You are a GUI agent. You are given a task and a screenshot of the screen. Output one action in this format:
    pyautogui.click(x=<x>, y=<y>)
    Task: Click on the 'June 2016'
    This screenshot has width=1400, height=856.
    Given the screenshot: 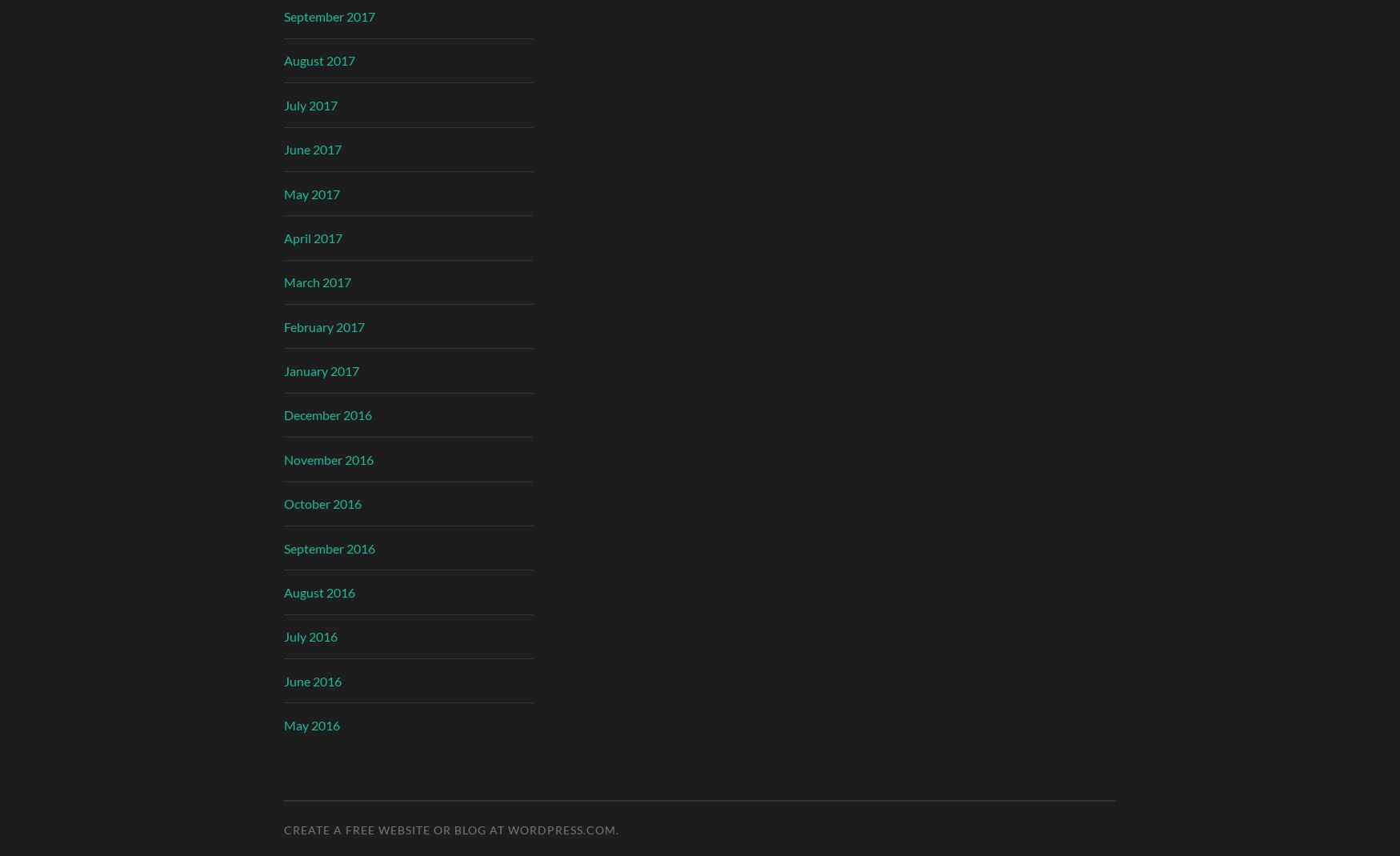 What is the action you would take?
    pyautogui.click(x=284, y=680)
    